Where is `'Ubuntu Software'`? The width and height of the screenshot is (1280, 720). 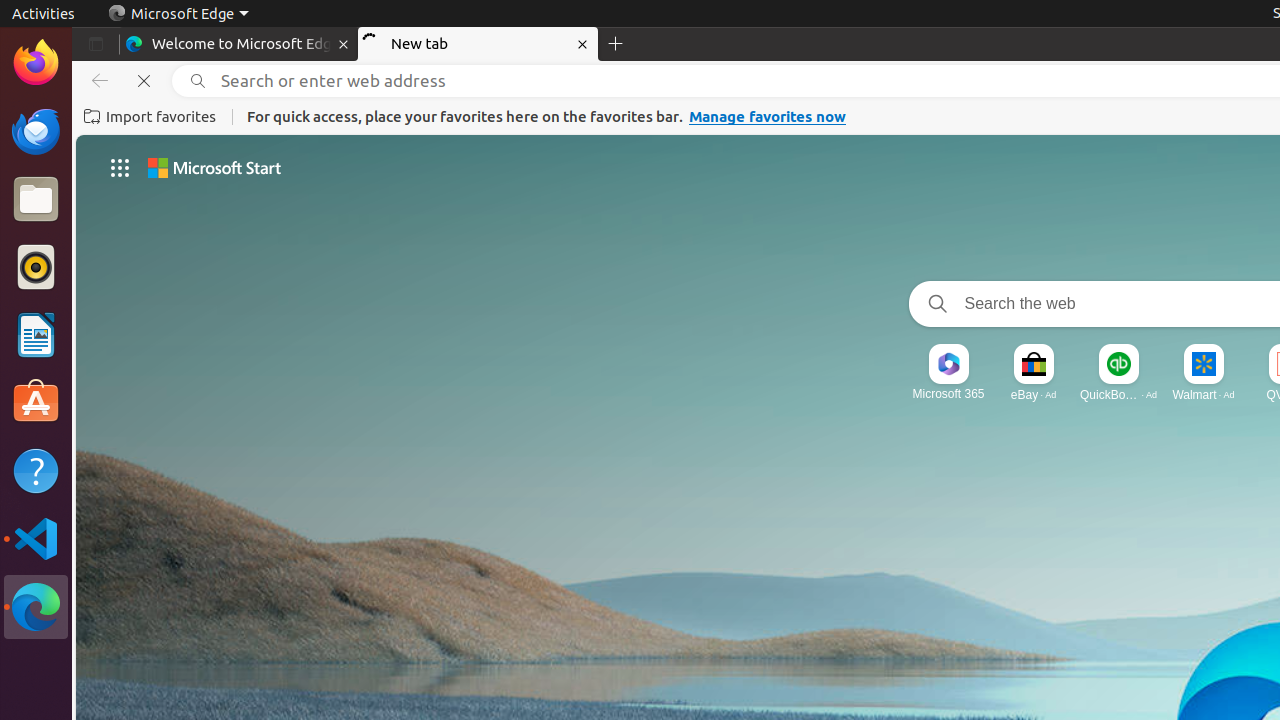
'Ubuntu Software' is located at coordinates (35, 403).